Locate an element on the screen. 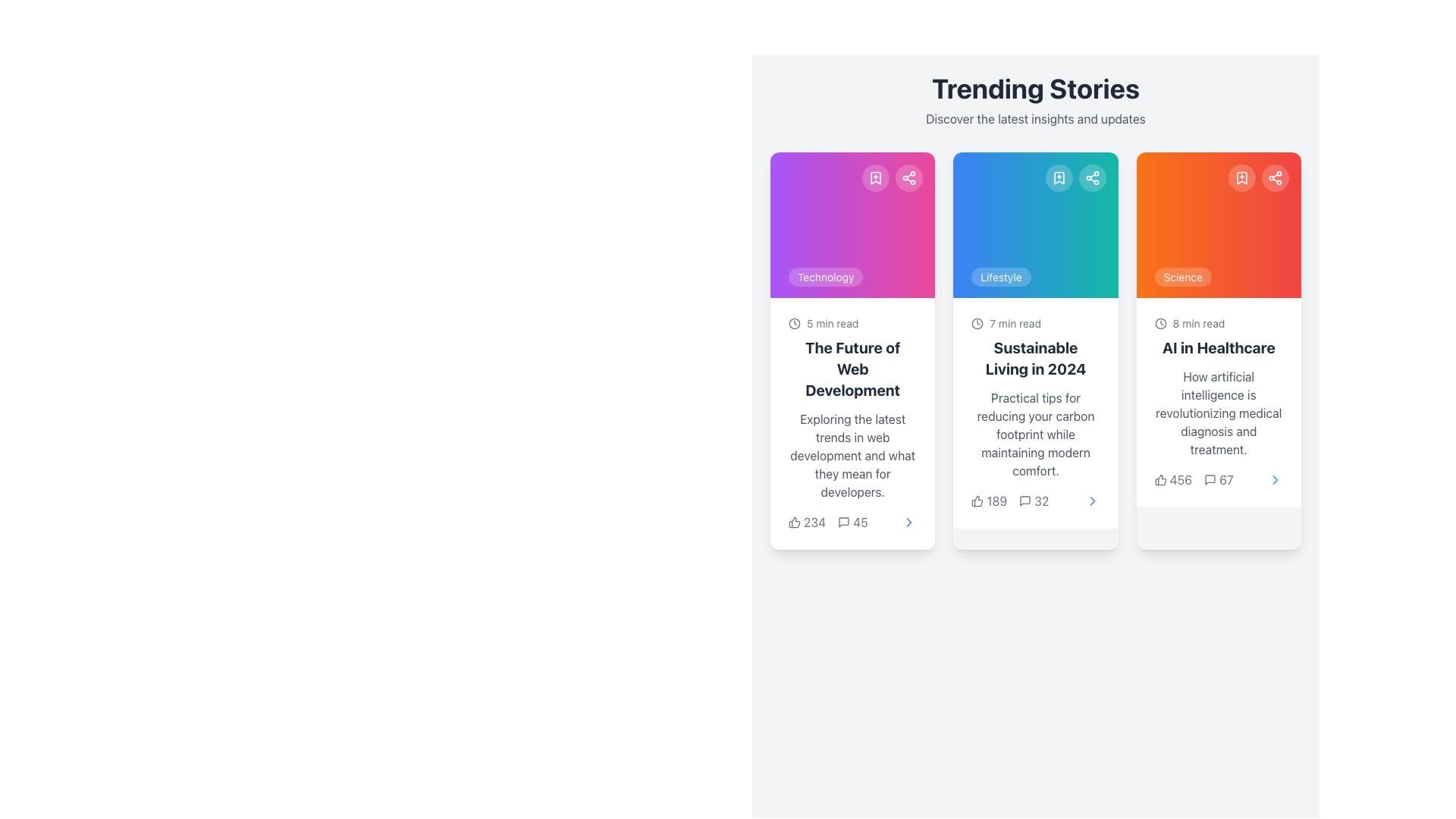 The height and width of the screenshot is (819, 1456). the icon that indicates the reading time for the article titled 'AI in Healthcare', located to the left of the '8 min read' text is located at coordinates (1159, 323).